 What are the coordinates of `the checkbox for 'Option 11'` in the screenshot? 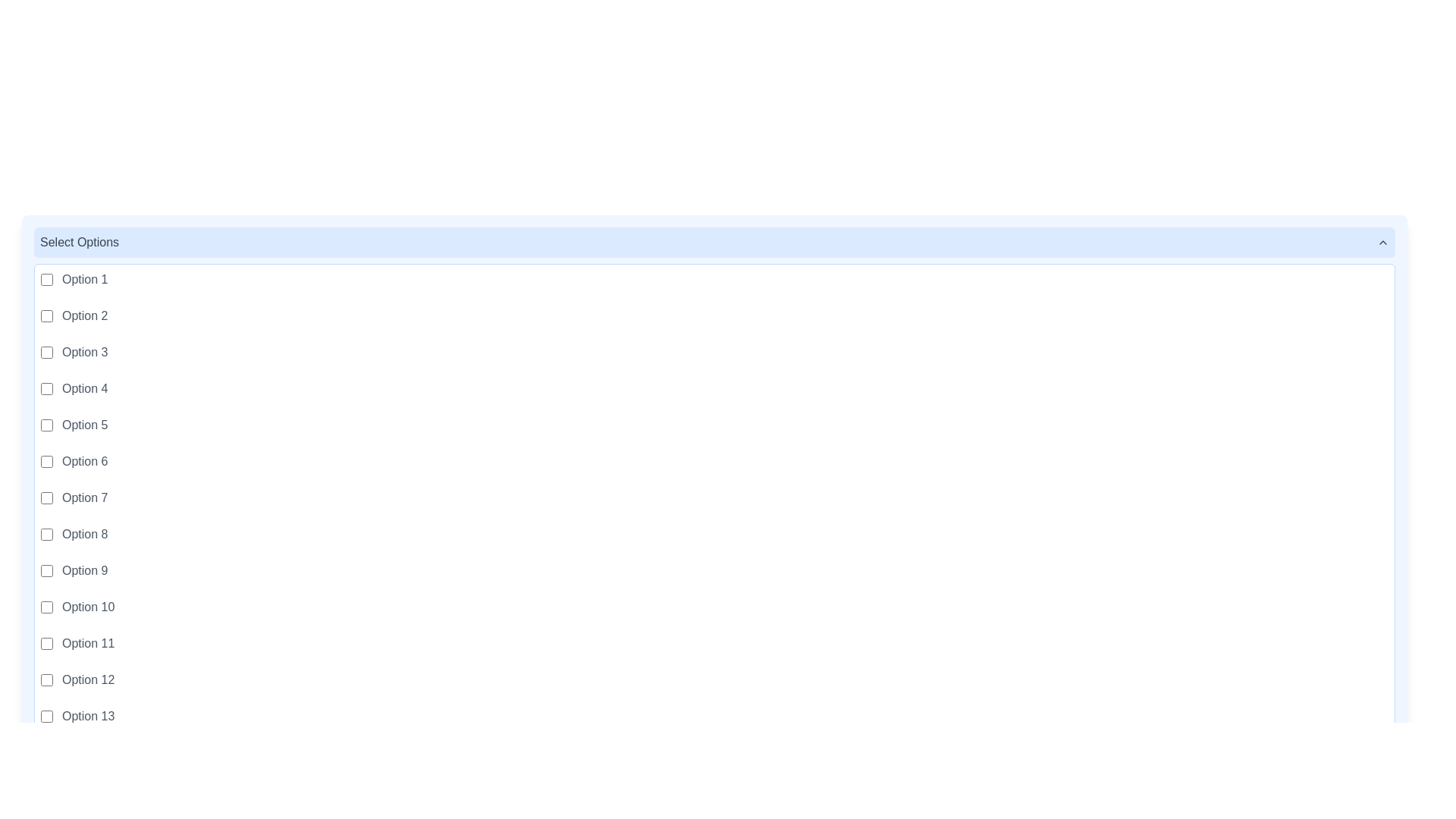 It's located at (47, 643).